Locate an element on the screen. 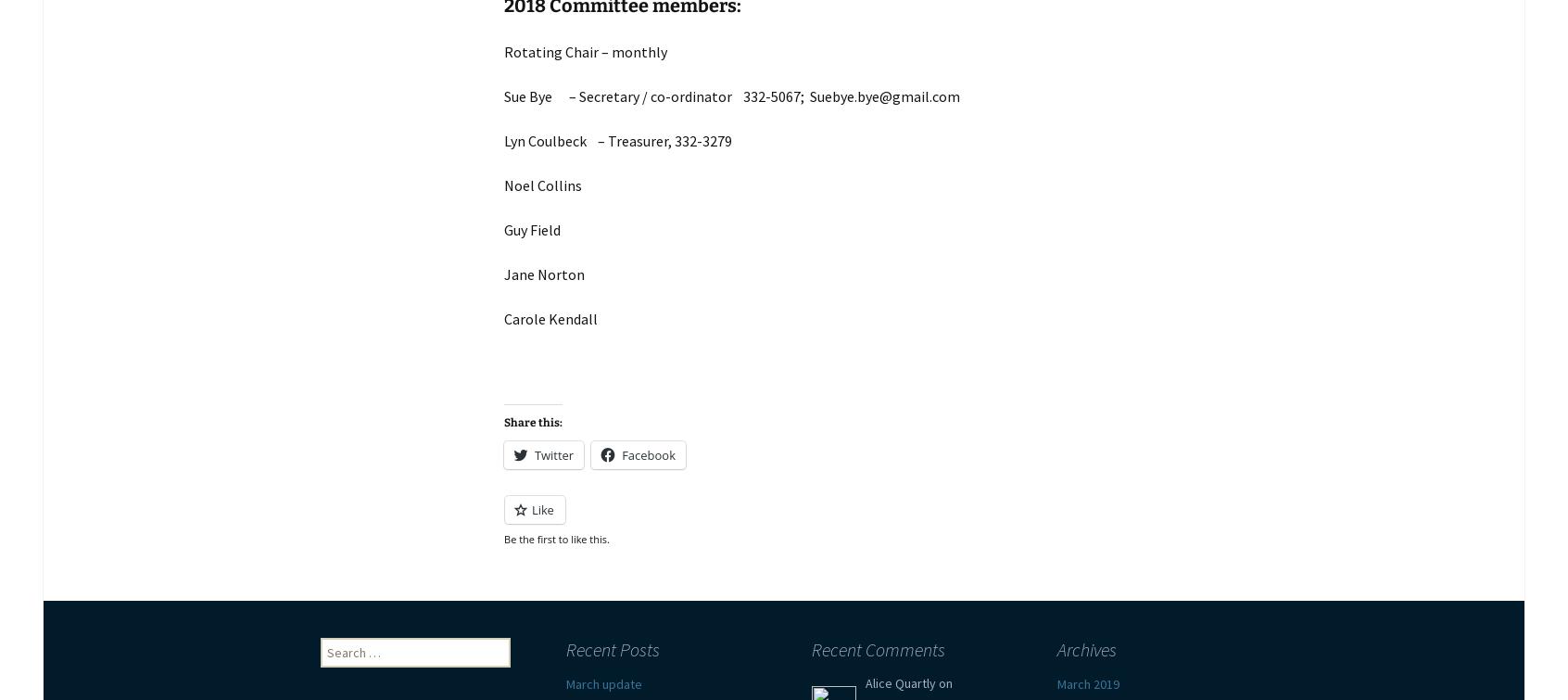 Image resolution: width=1568 pixels, height=700 pixels. 'March 2019' is located at coordinates (1056, 682).